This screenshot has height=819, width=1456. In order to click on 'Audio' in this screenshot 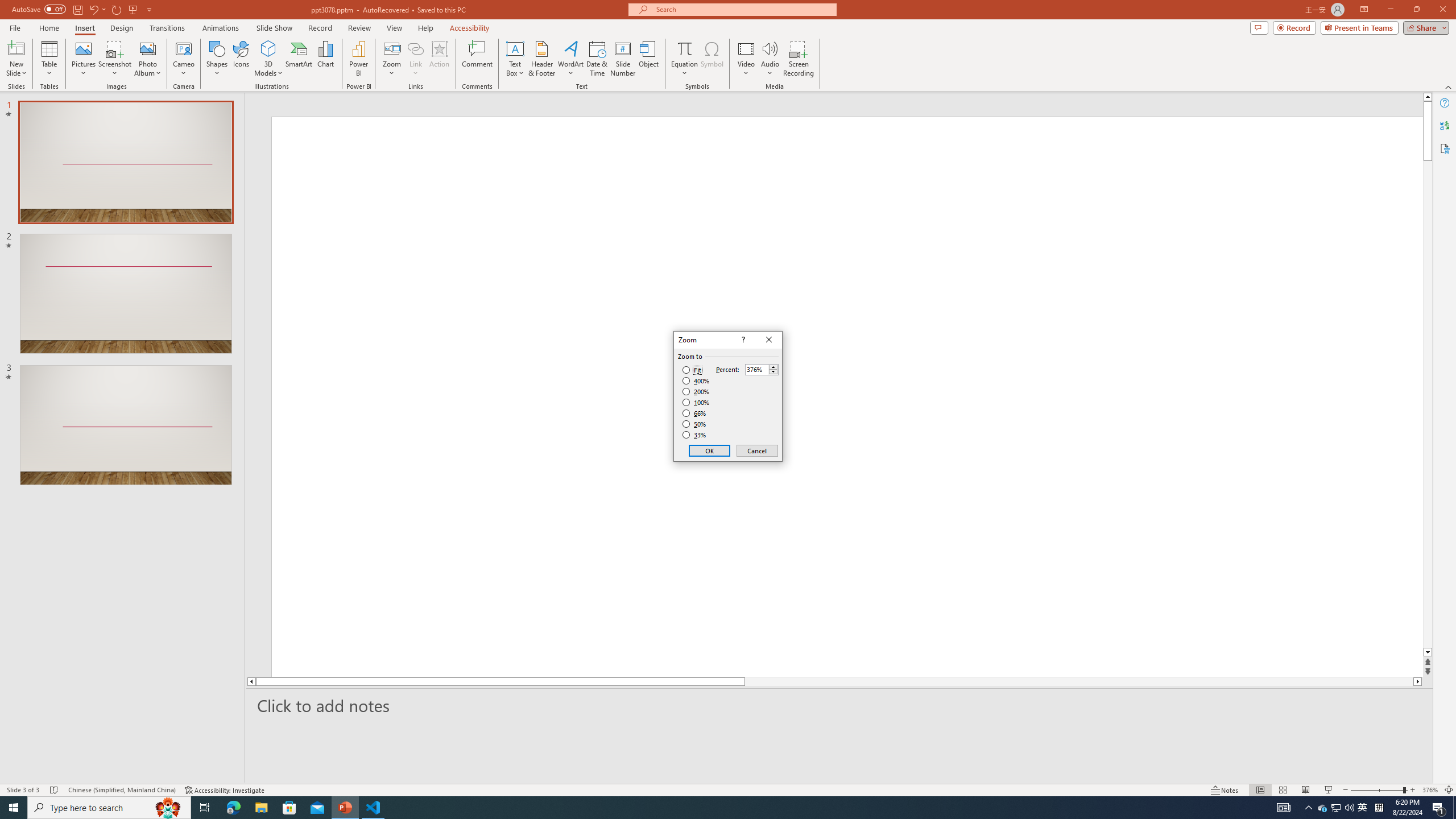, I will do `click(770, 59)`.